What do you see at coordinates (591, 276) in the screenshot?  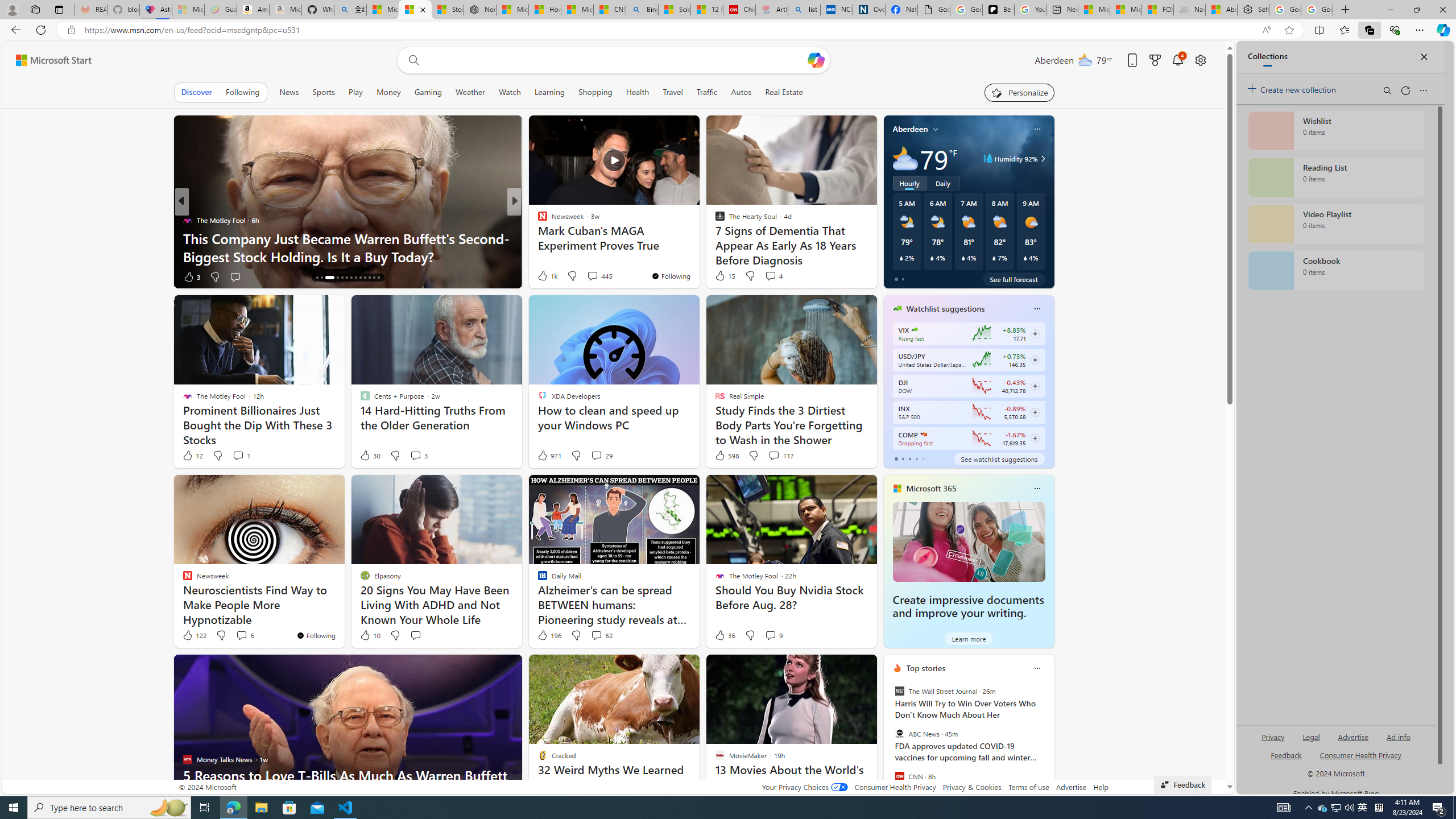 I see `'View comments 13 Comment'` at bounding box center [591, 276].